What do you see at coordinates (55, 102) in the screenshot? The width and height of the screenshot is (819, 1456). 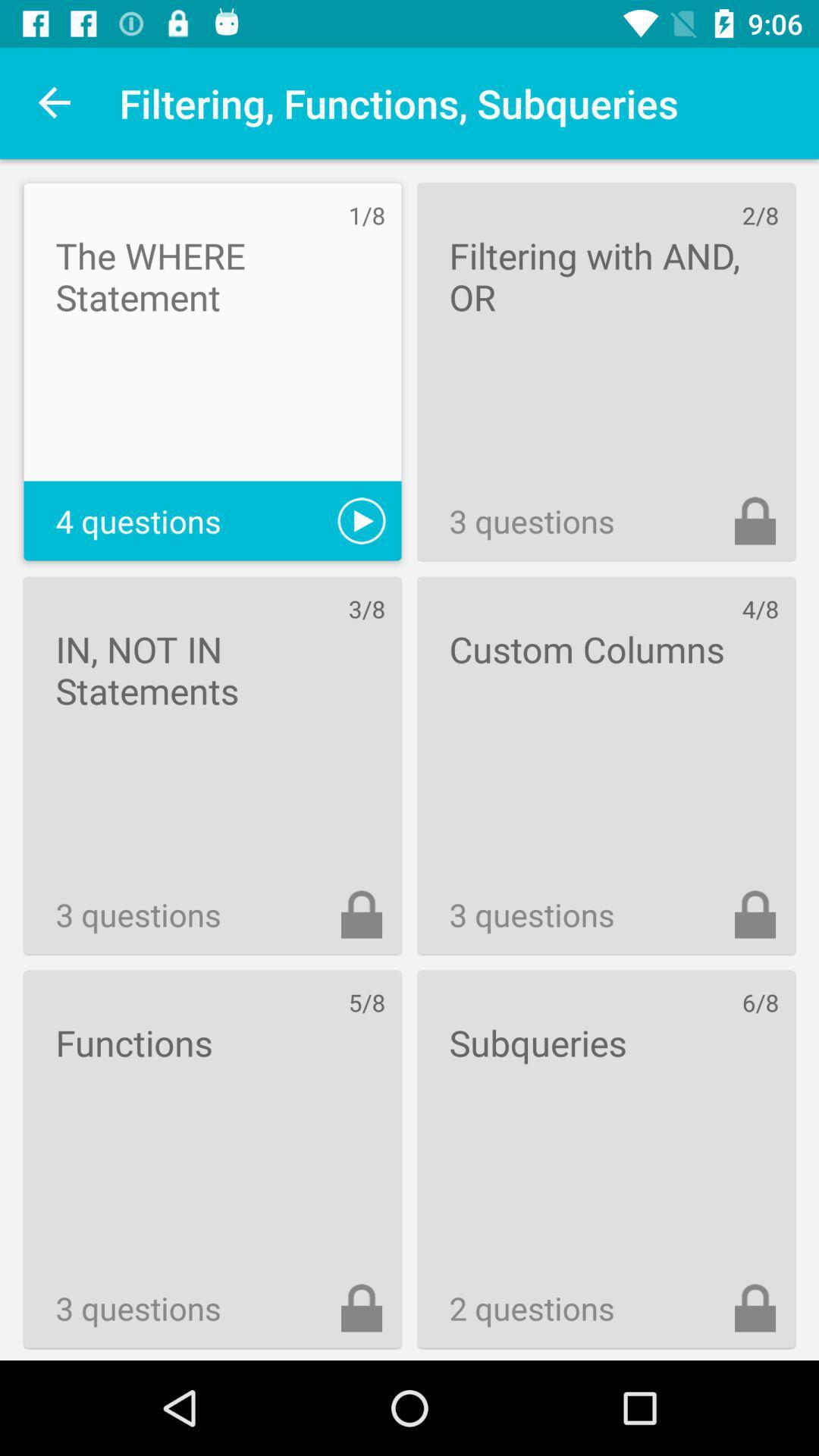 I see `the item to the left of filtering, functions, subqueries icon` at bounding box center [55, 102].